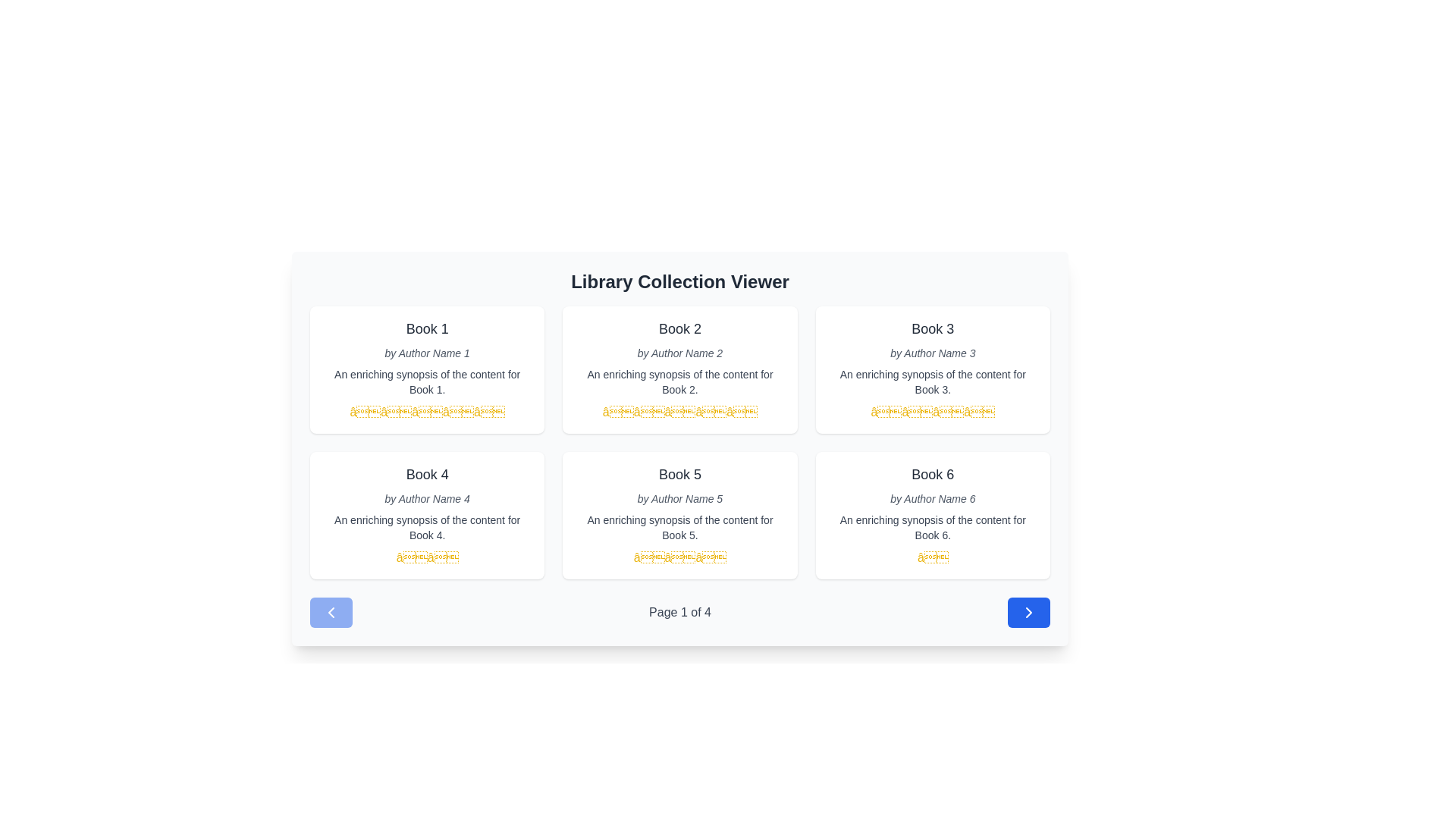 This screenshot has width=1456, height=819. Describe the element at coordinates (679, 499) in the screenshot. I see `the static text label displaying 'by Author Name 5' which is styled in small italicized gray font, located below the book title 'Book 5' and above the description` at that location.